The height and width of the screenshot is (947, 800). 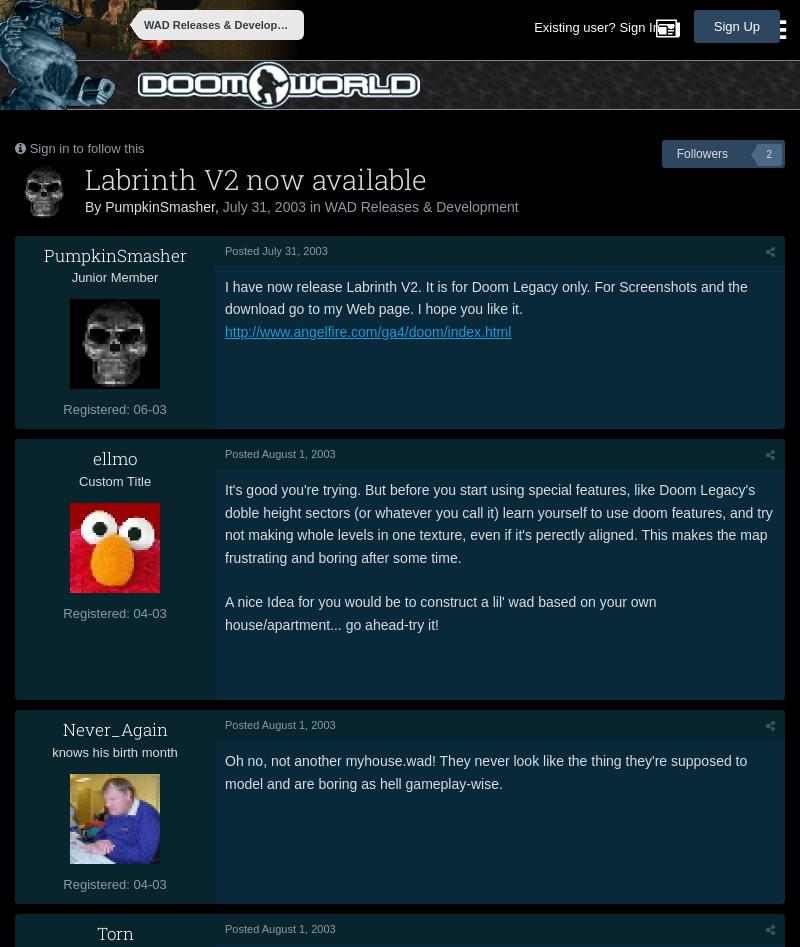 What do you see at coordinates (486, 771) in the screenshot?
I see `'Oh no, not another myhouse.wad! They never look like the thing they're supposed to model and are boring as hell gameplay-wise.'` at bounding box center [486, 771].